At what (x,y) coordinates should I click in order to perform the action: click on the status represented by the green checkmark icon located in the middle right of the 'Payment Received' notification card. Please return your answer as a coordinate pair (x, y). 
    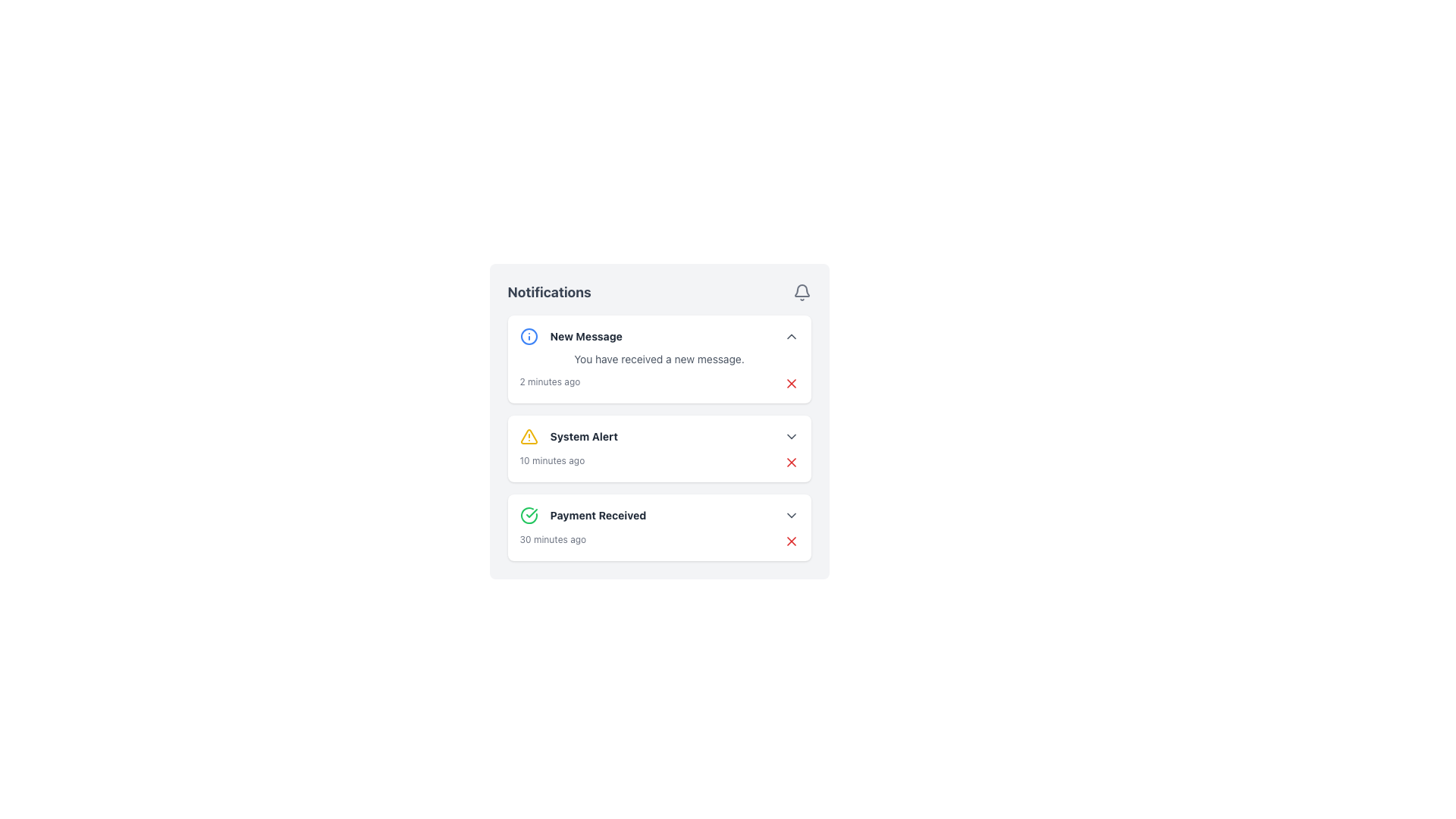
    Looking at the image, I should click on (531, 513).